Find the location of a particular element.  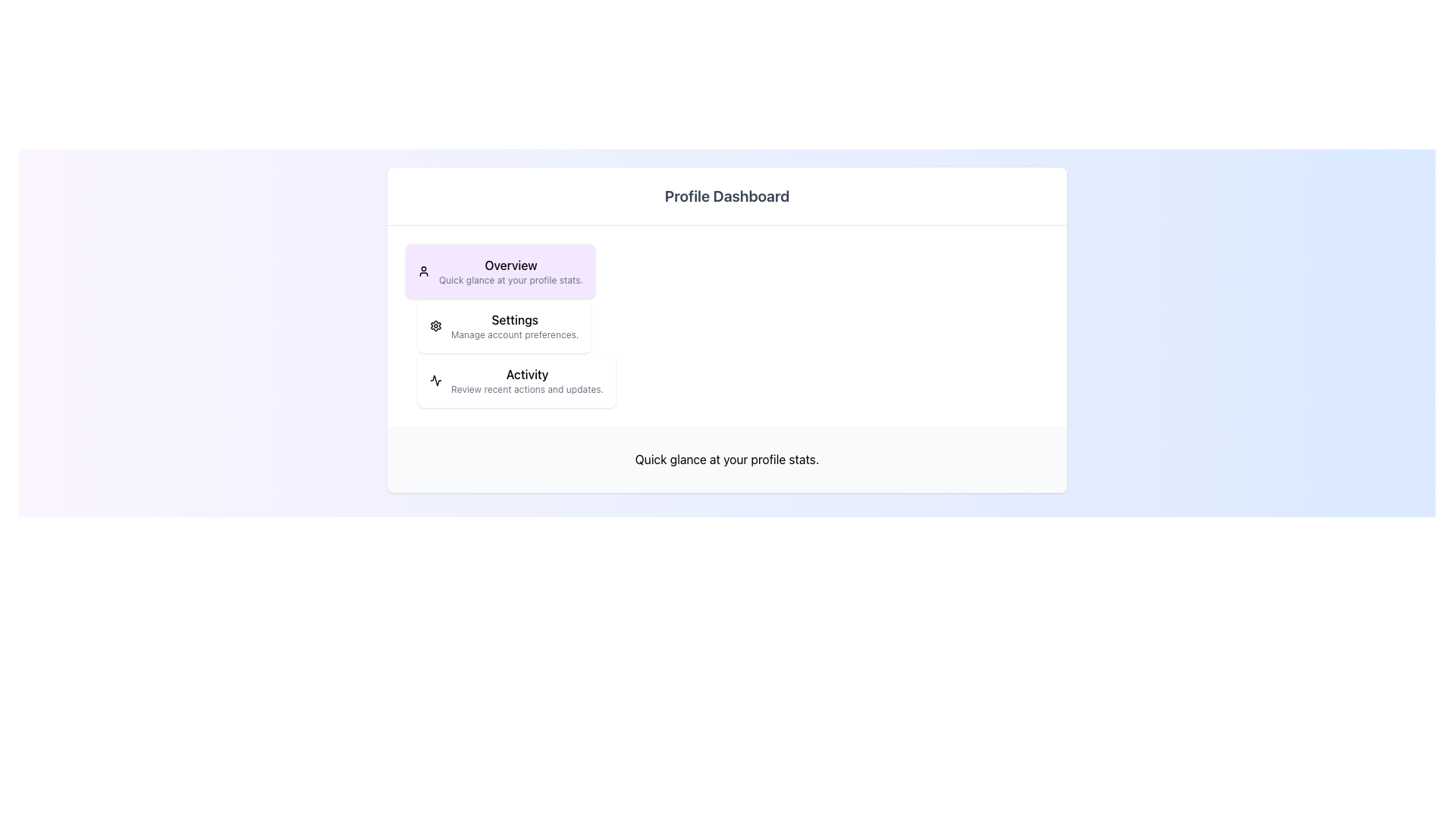

the first button in the vertical list of profile dashboard cards, which has a light purple background and contains the text 'Overview' and 'Quick glance at your profile stats.' is located at coordinates (500, 271).